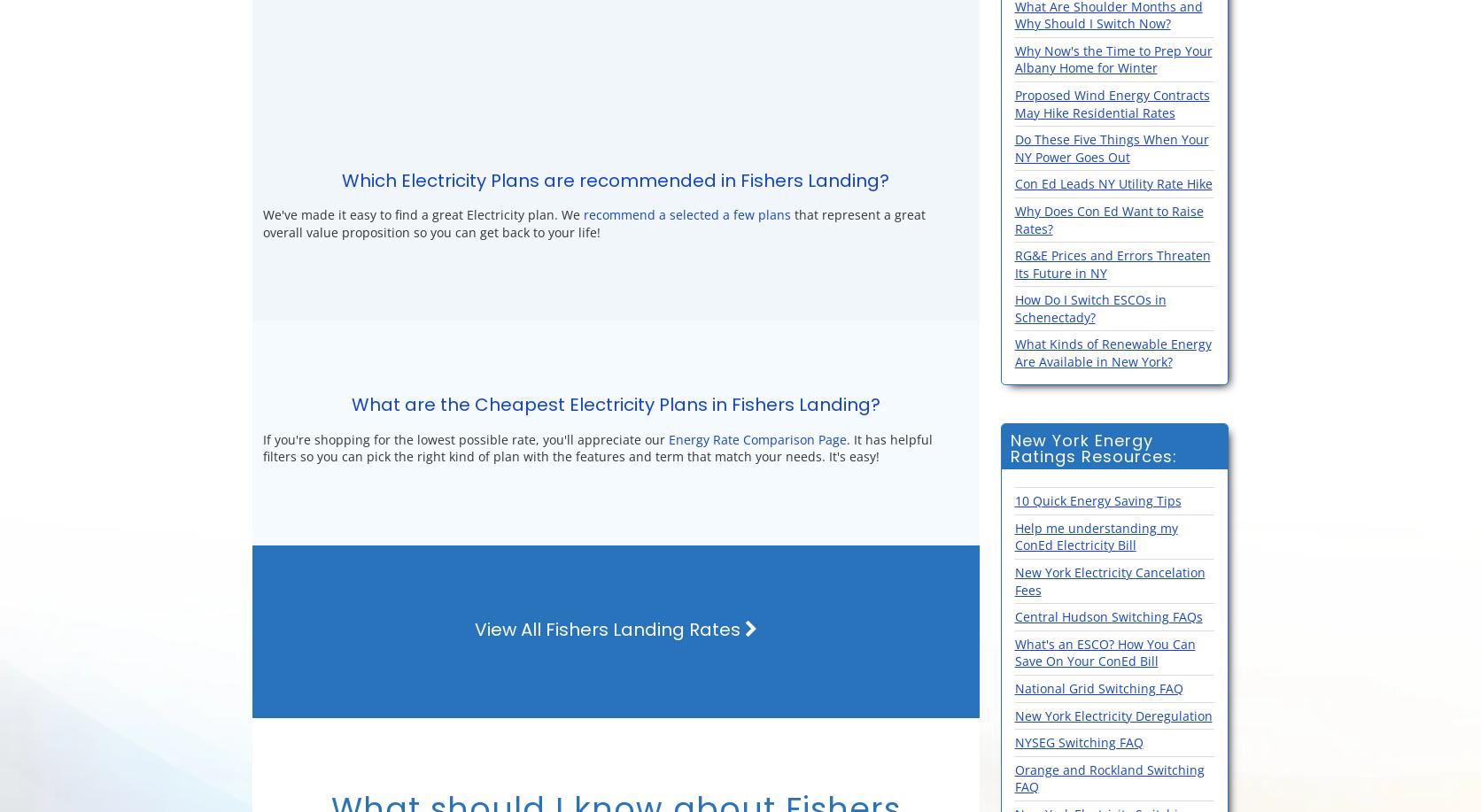 This screenshot has height=812, width=1481. I want to click on 'Help me understanding my ConEd Electricity Bill', so click(1094, 535).